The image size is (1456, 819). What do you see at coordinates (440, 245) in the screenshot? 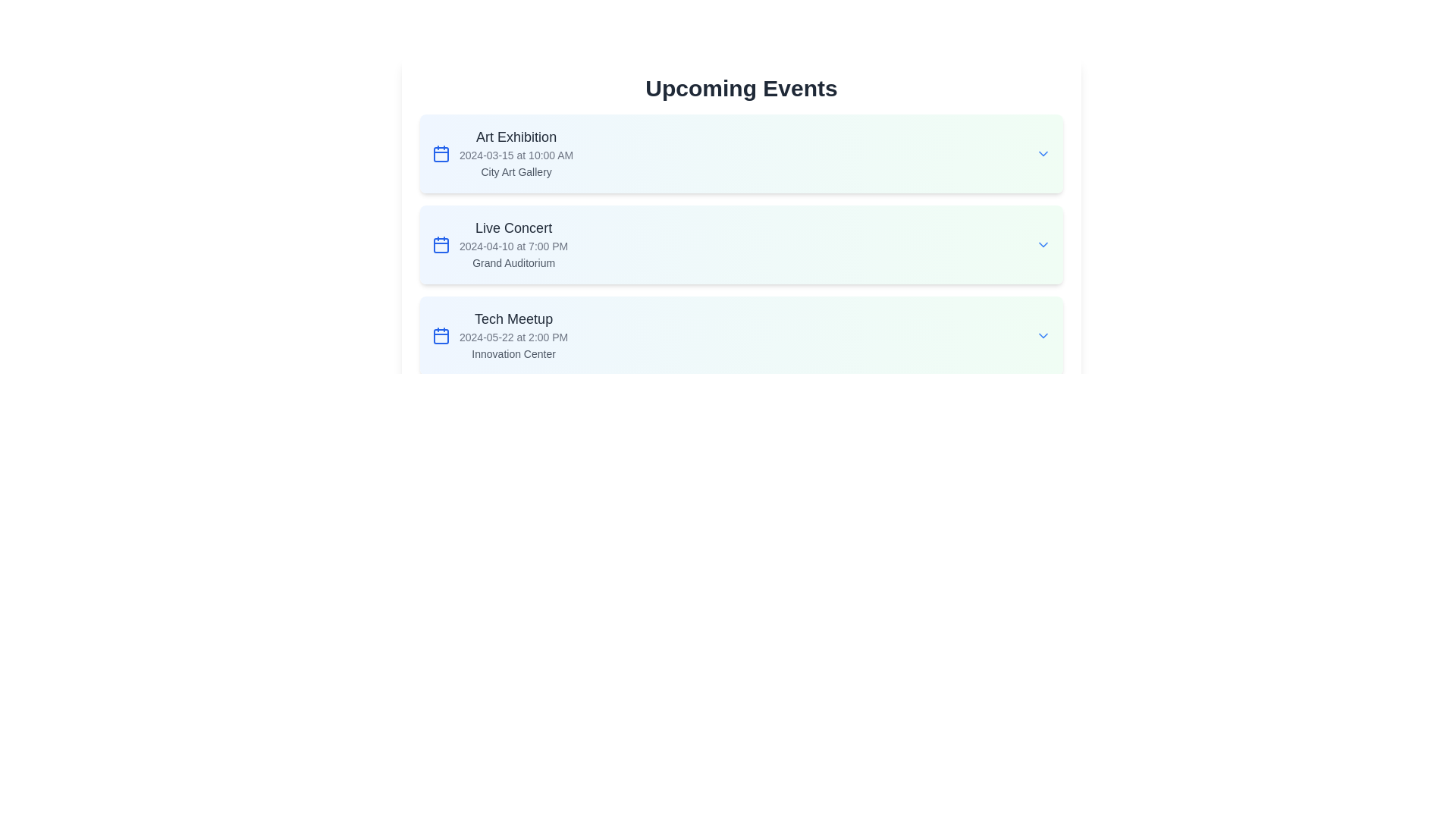
I see `SVG Rectangle element, which is a rounded rectangle within the calendar icon next to the 'Live Concert' event details, by clicking on its center point` at bounding box center [440, 245].